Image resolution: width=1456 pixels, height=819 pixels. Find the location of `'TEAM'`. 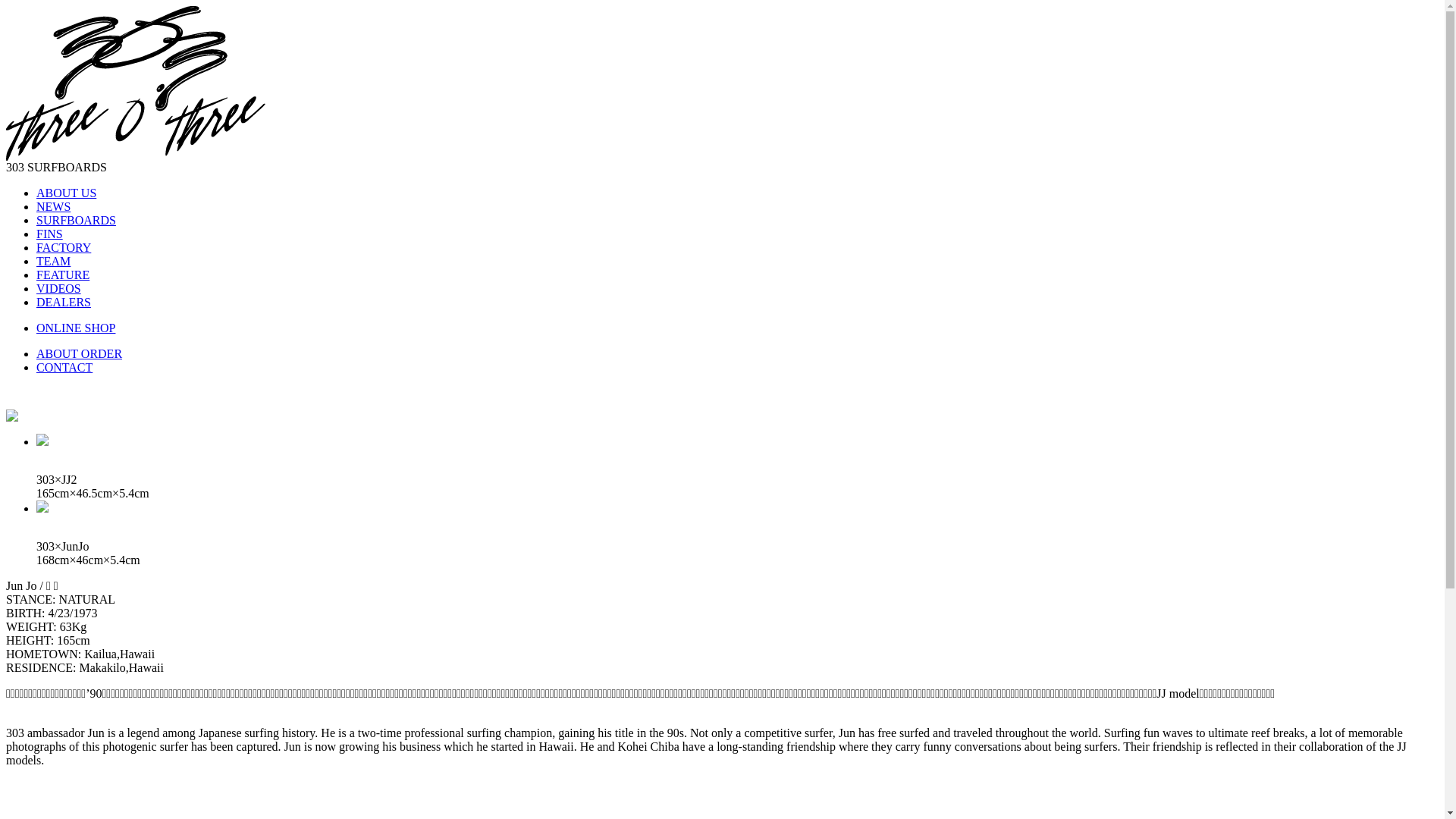

'TEAM' is located at coordinates (53, 260).